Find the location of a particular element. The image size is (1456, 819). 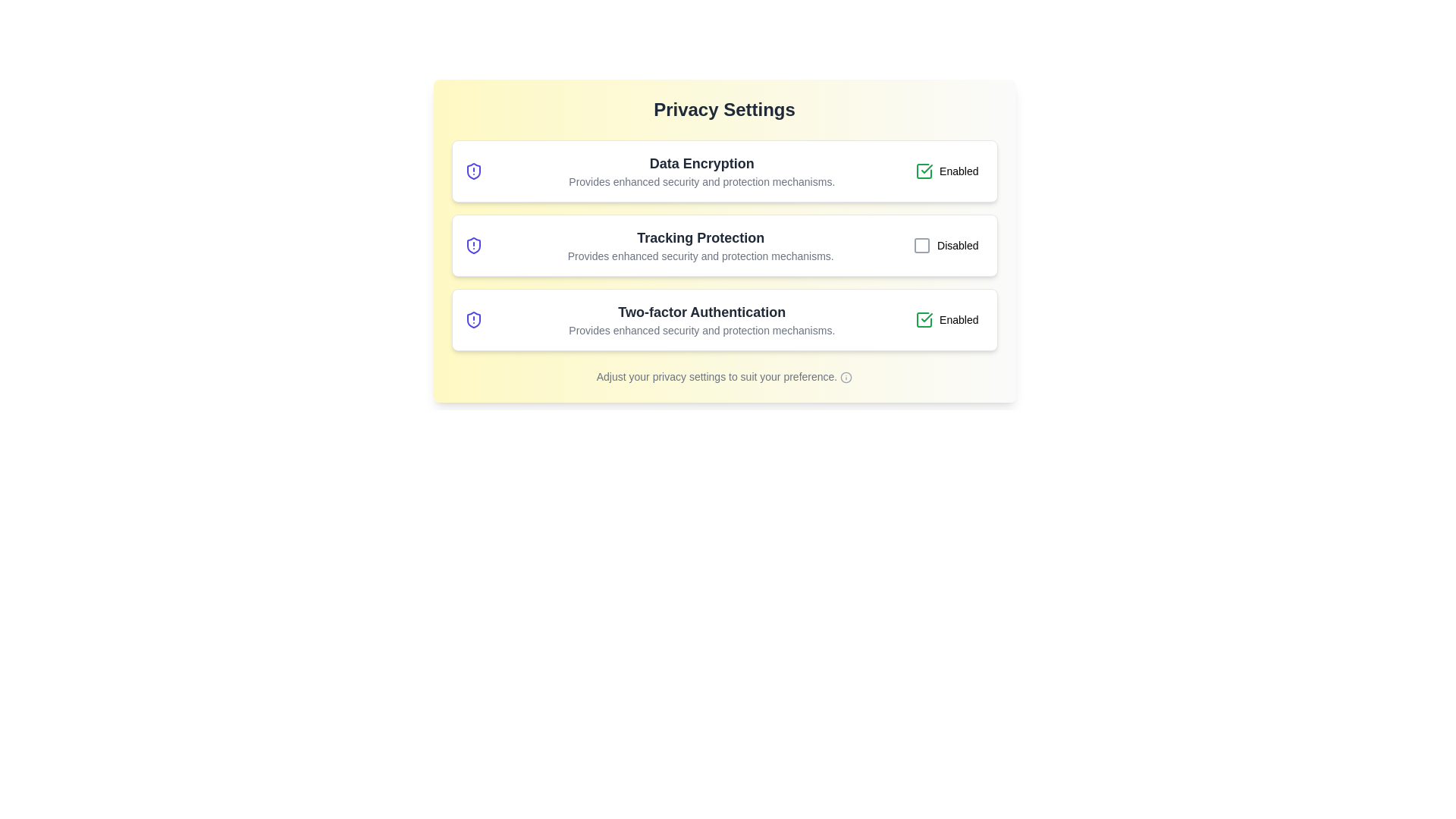

the descriptive text that reads 'Provides enhanced security and protection mechanisms.' located within the 'Tracking Protection' card UI is located at coordinates (700, 256).